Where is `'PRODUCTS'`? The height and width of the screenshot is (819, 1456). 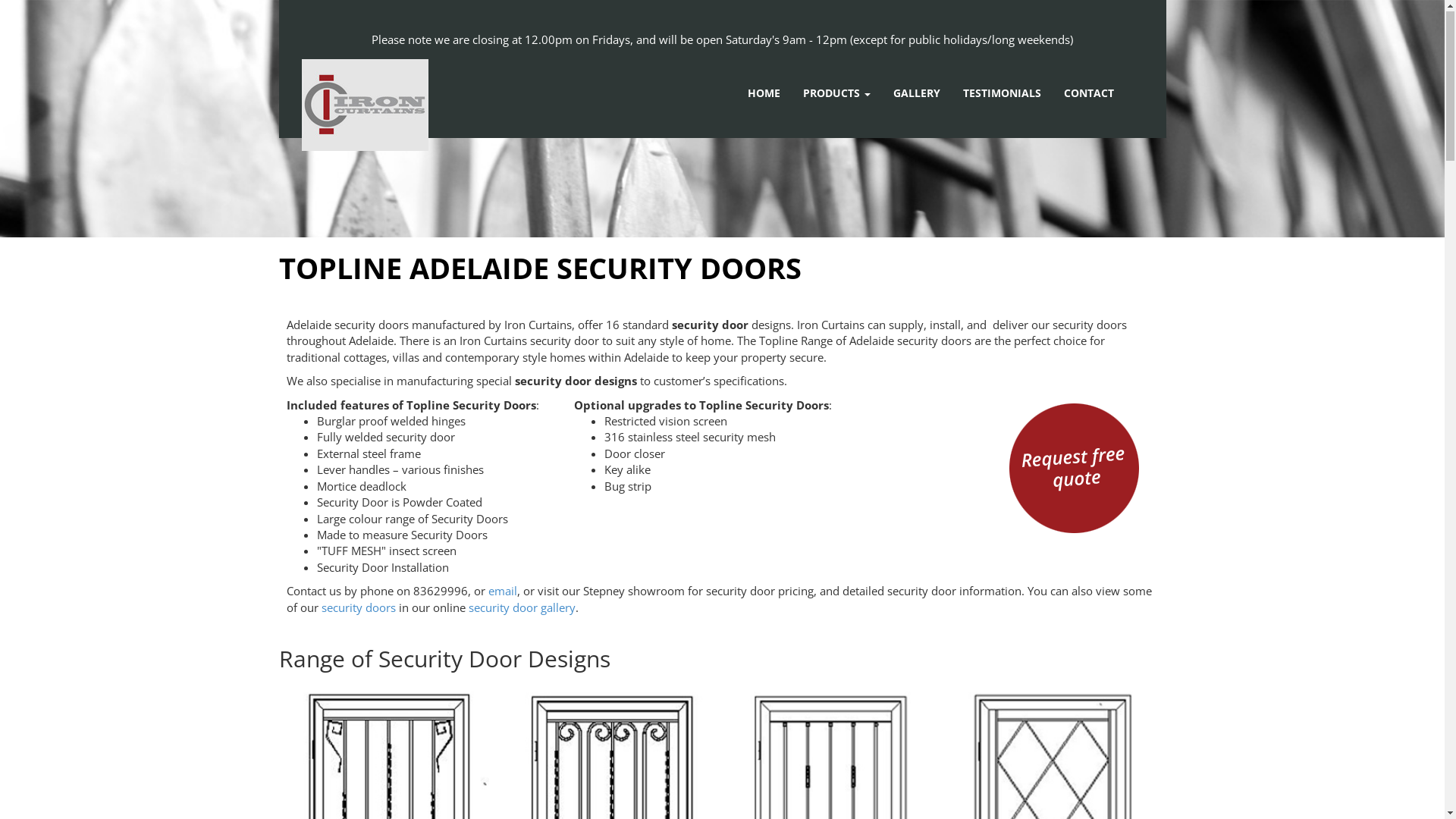 'PRODUCTS' is located at coordinates (790, 93).